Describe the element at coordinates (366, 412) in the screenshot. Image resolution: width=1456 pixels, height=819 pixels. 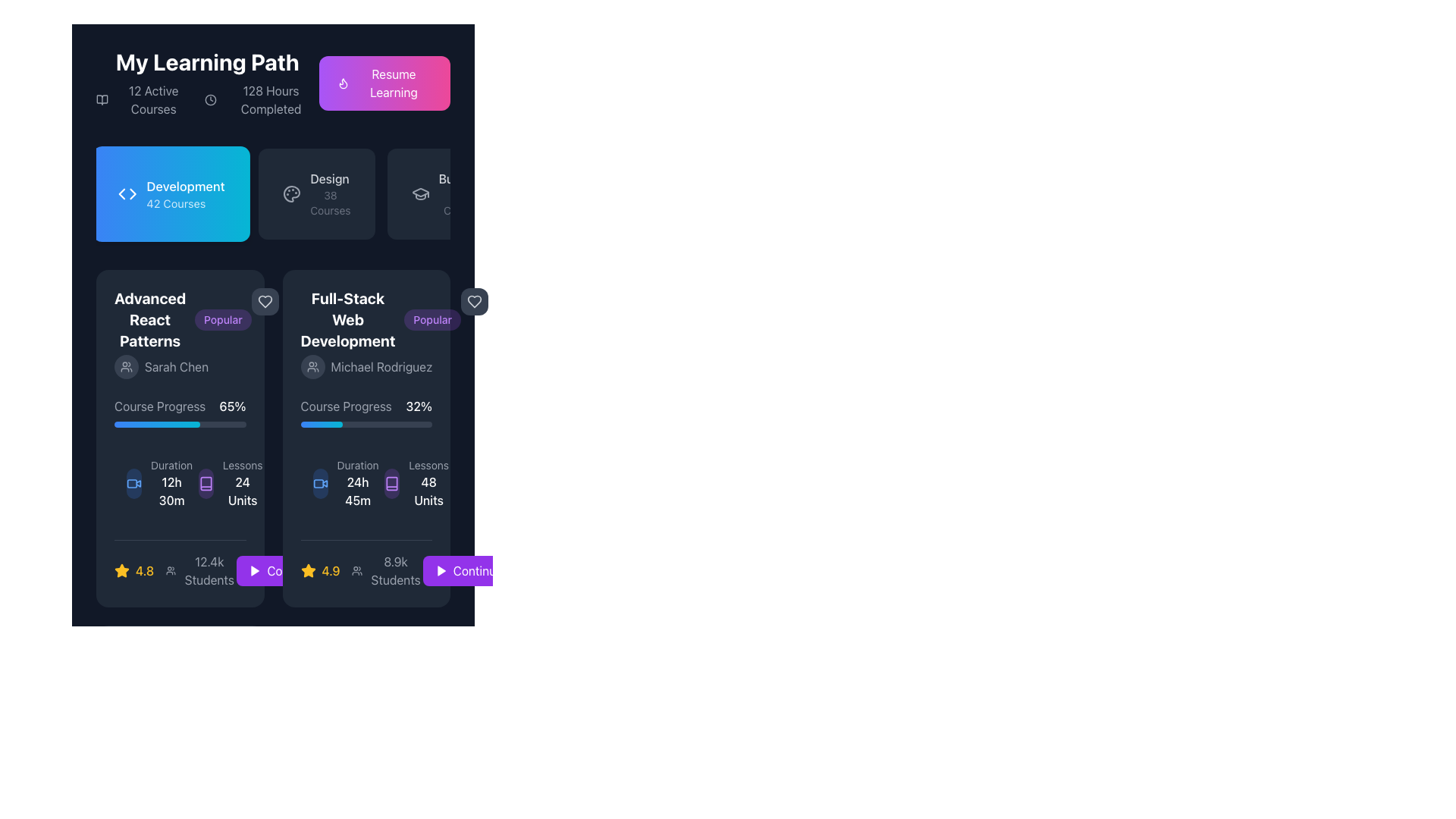
I see `the Progress Indicator that visually represents the user's progress in the 'Full-Stack Web Development' course, located within the course card, below the title and instructor information` at that location.